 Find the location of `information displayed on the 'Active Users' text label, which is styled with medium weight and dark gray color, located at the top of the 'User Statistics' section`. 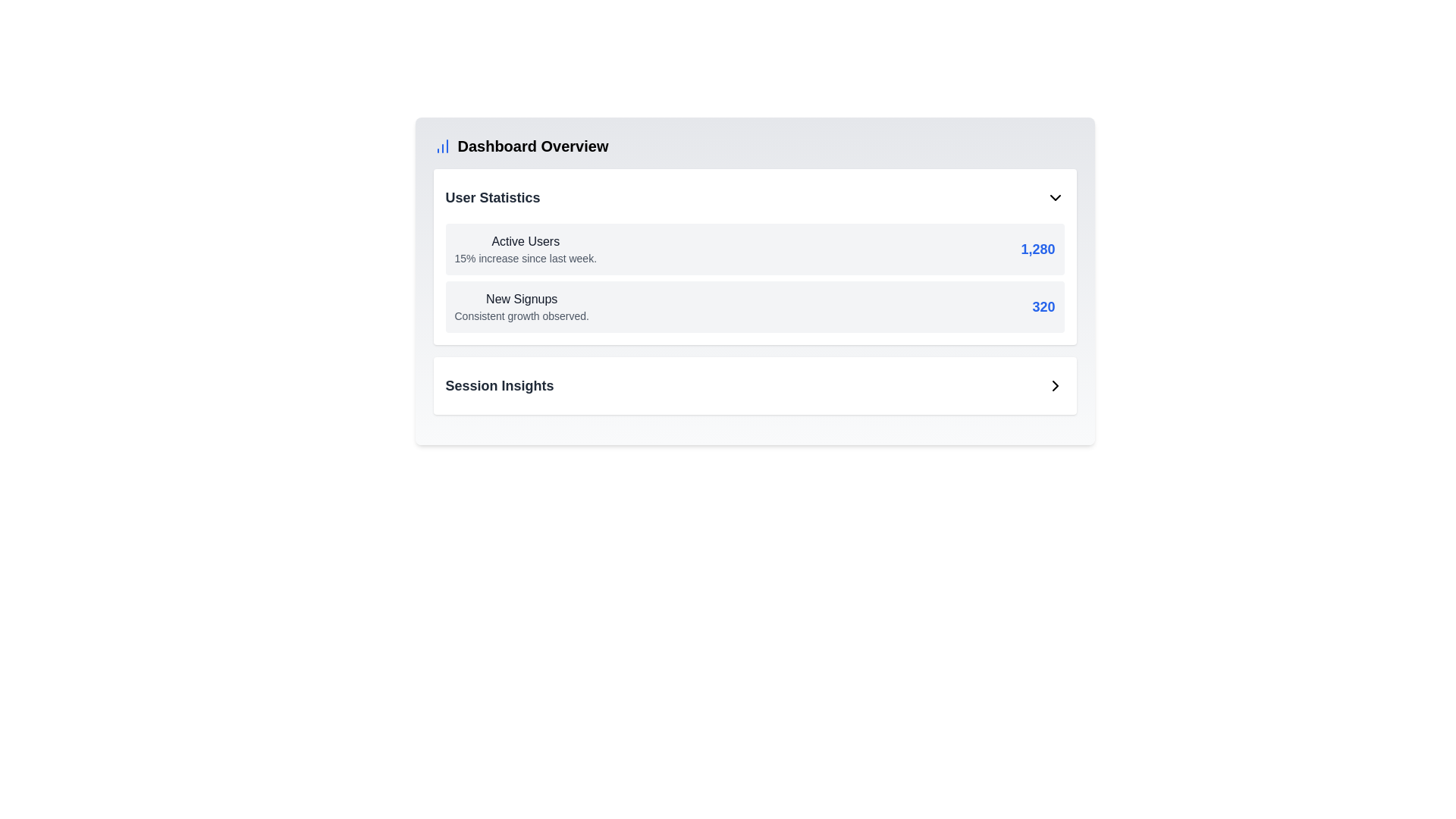

information displayed on the 'Active Users' text label, which is styled with medium weight and dark gray color, located at the top of the 'User Statistics' section is located at coordinates (526, 241).